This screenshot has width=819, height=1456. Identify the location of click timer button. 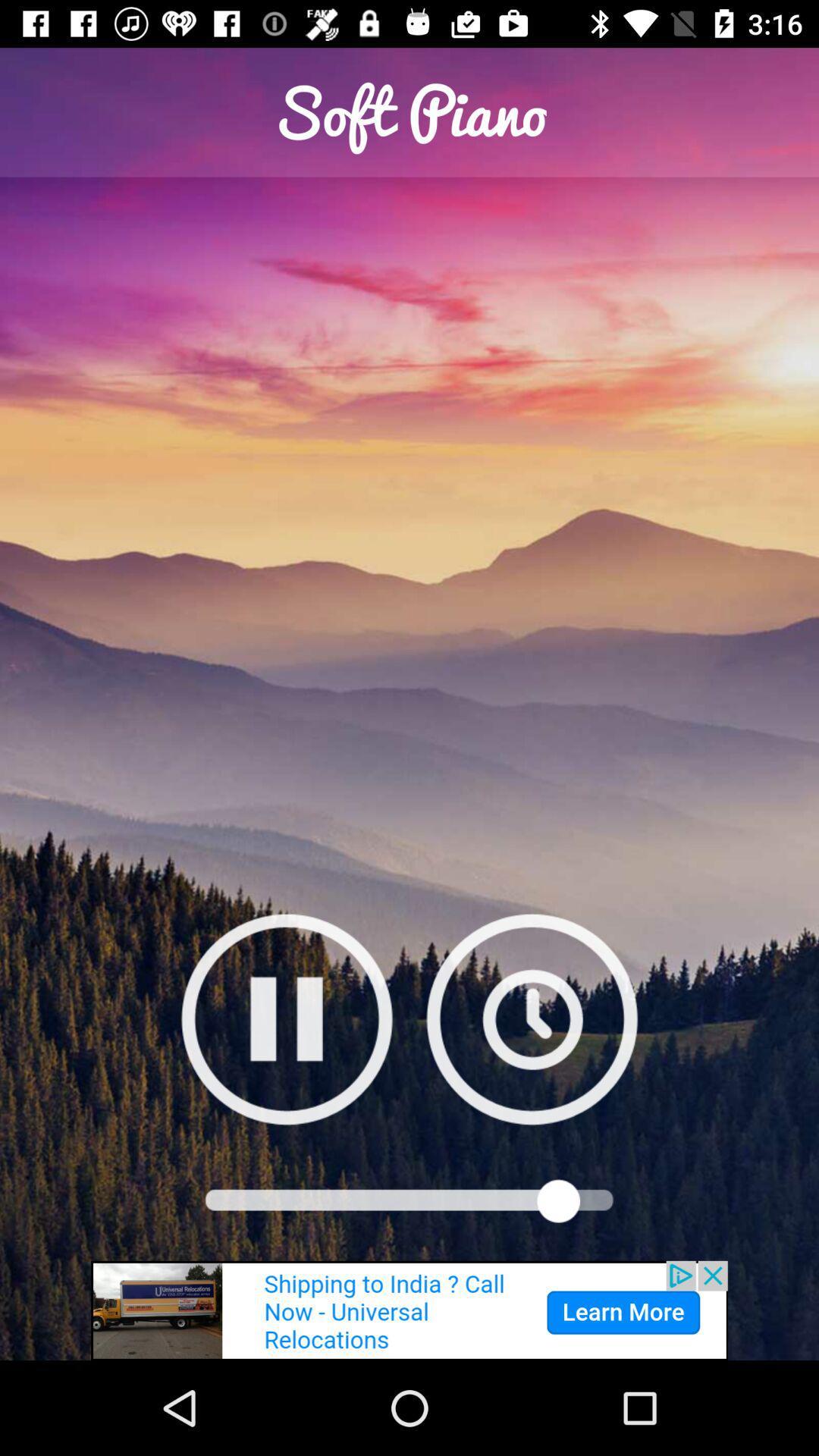
(531, 1018).